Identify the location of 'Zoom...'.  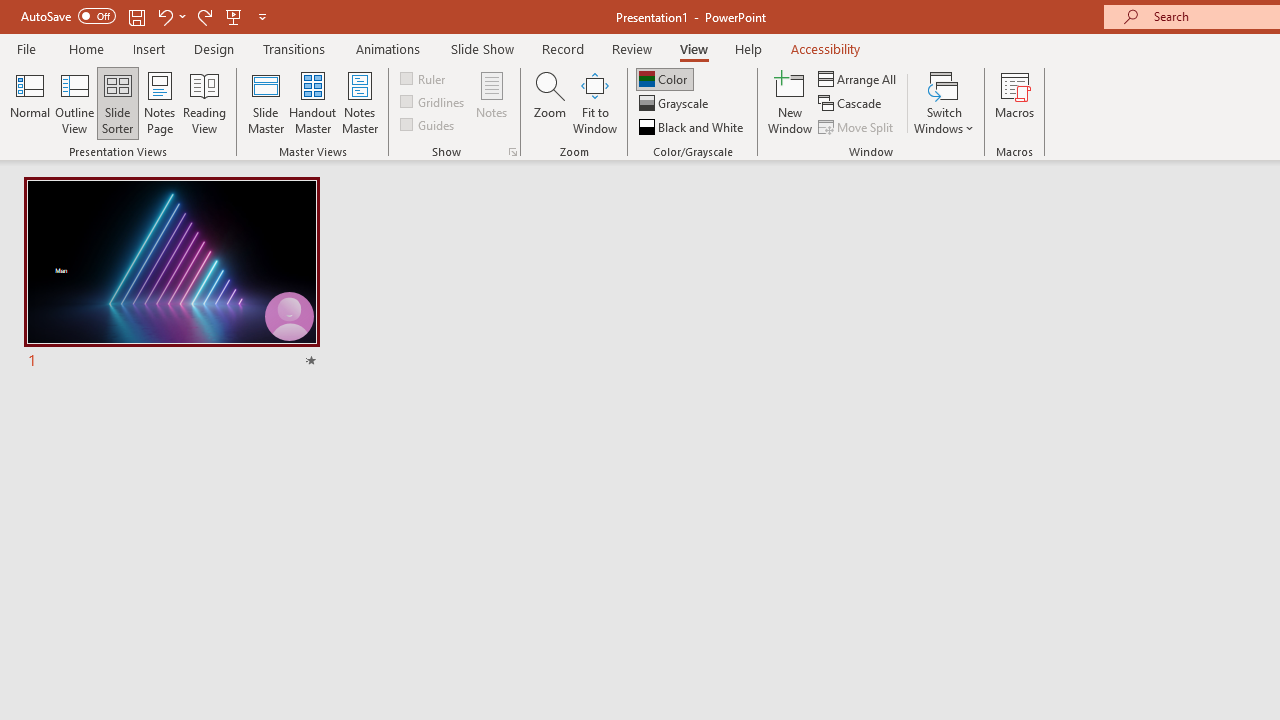
(549, 103).